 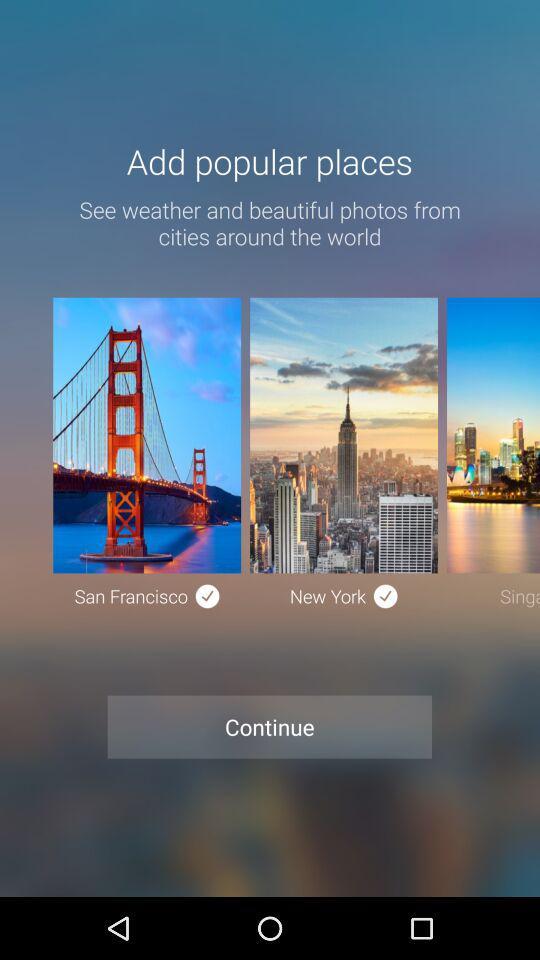 I want to click on the icon right beside of new york, so click(x=385, y=596).